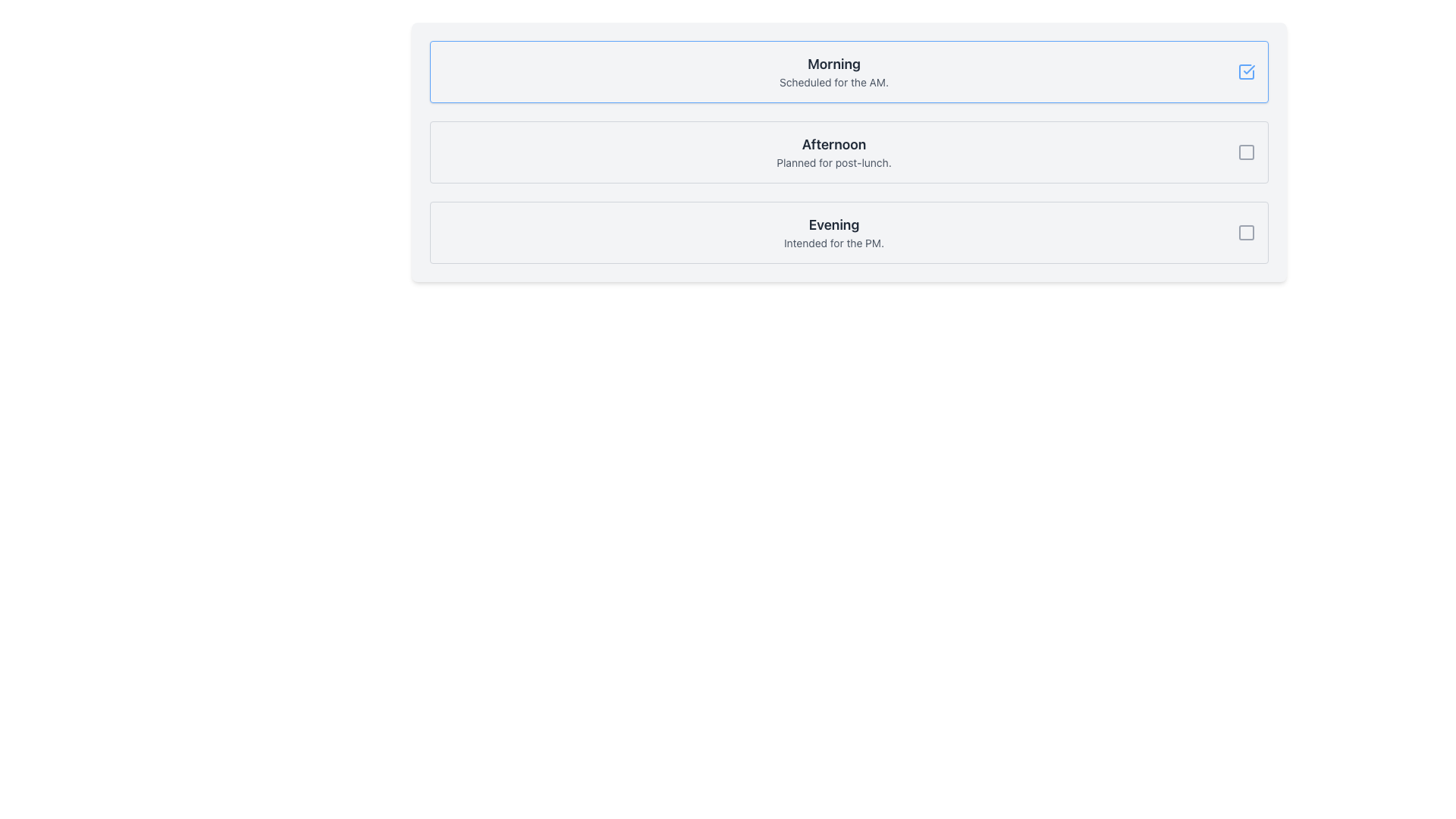 The image size is (1456, 819). What do you see at coordinates (848, 152) in the screenshot?
I see `the selectable card titled 'Afternoon' which is the second card in a vertical list` at bounding box center [848, 152].